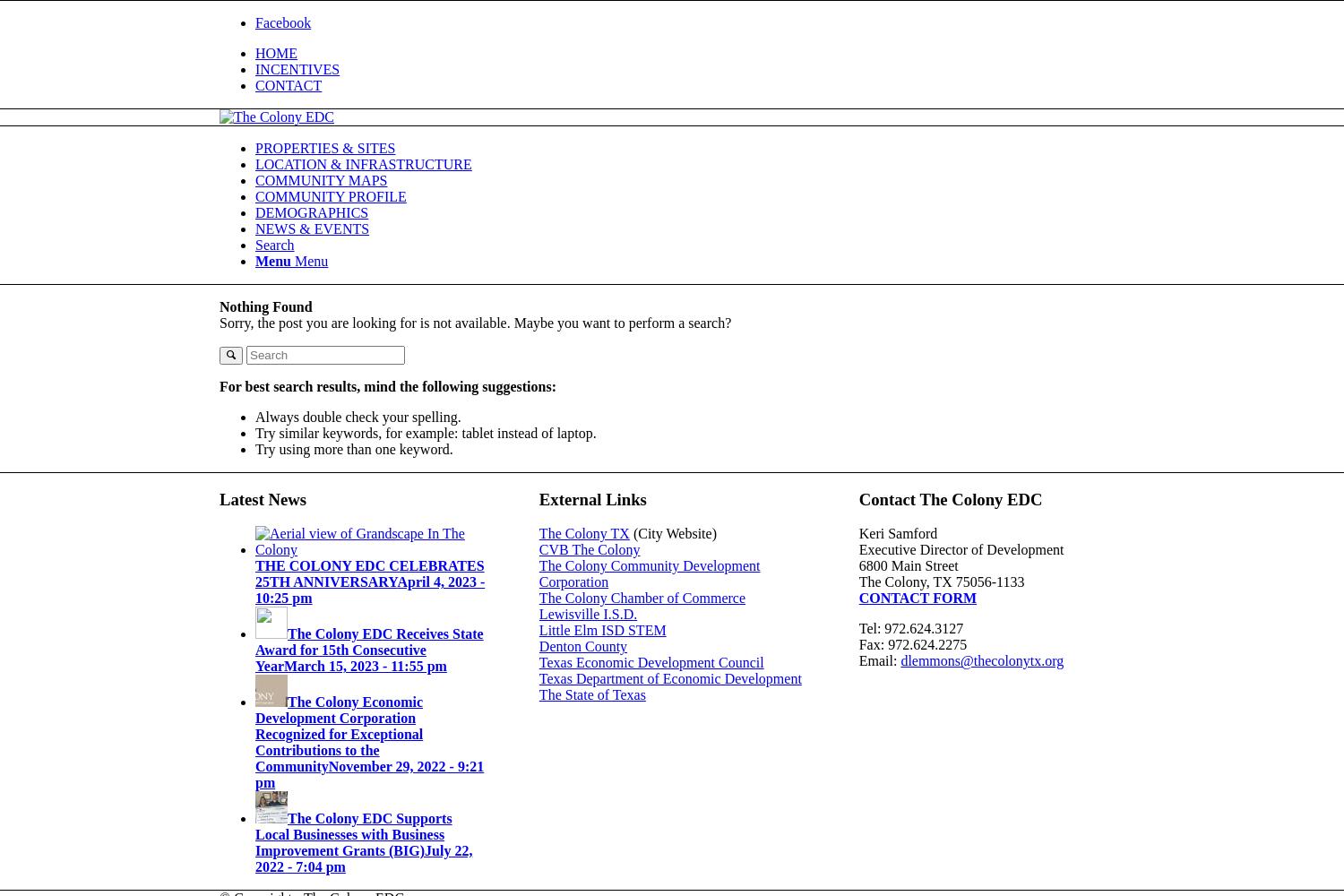 The height and width of the screenshot is (896, 1344). I want to click on 'Facebook', so click(282, 22).